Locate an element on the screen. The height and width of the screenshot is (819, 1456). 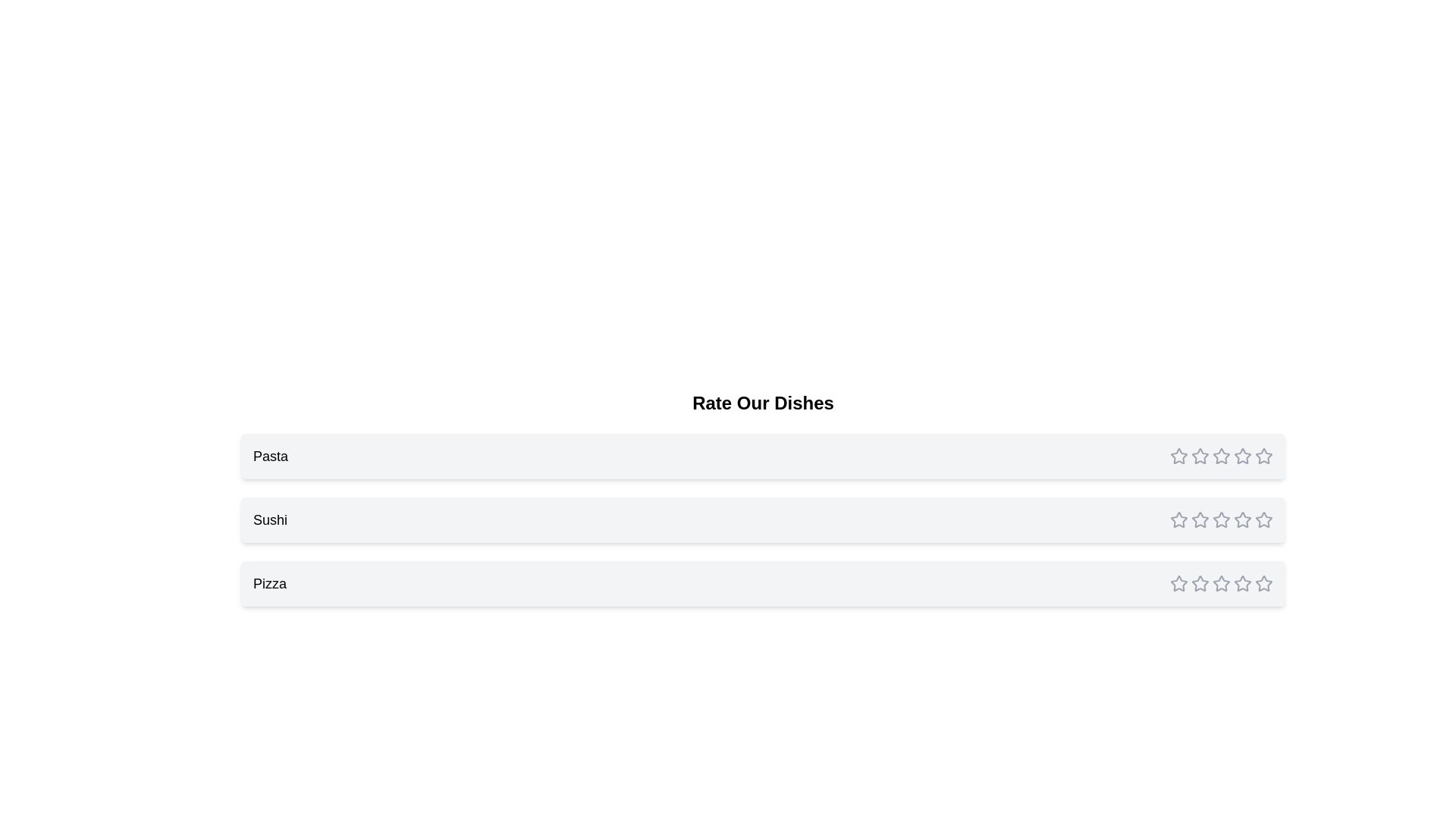
the fifth star in the horizontal rating bar located to the right of the 'Pizza' label to rate it is located at coordinates (1263, 455).